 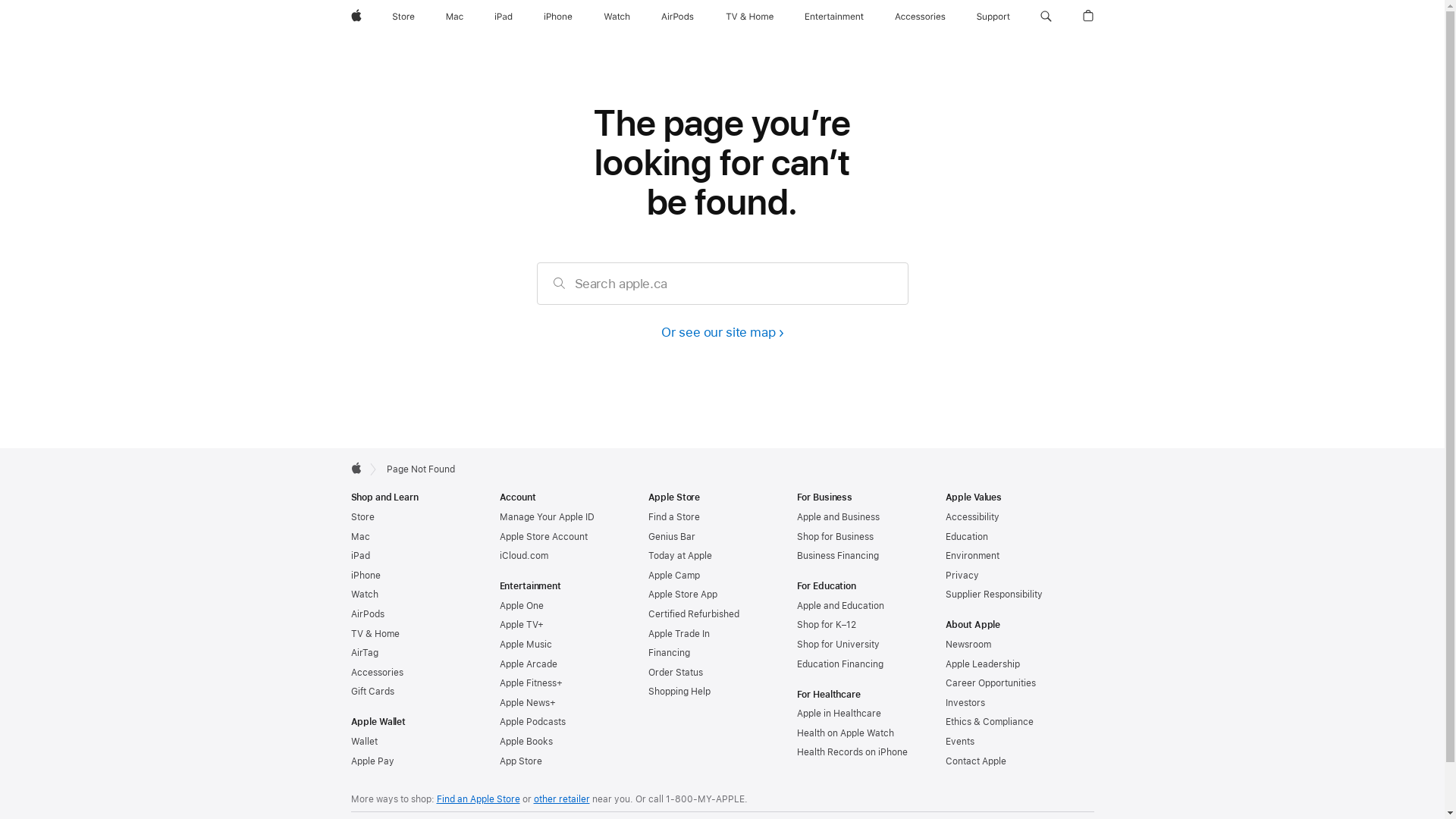 I want to click on 'Watch', so click(x=349, y=593).